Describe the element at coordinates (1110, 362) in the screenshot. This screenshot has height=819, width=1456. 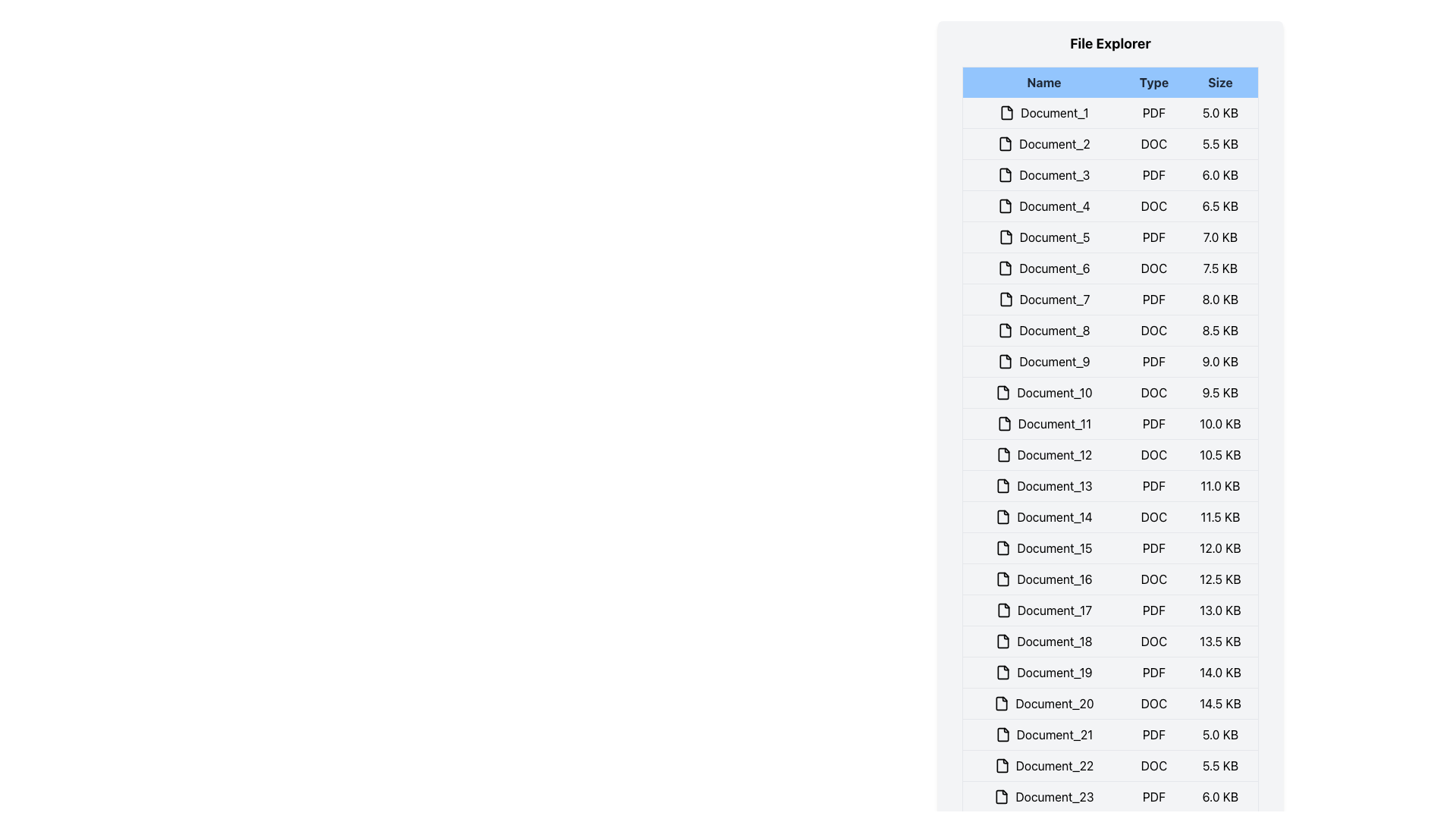
I see `the table row representing the document entry named 'Document_9'` at that location.